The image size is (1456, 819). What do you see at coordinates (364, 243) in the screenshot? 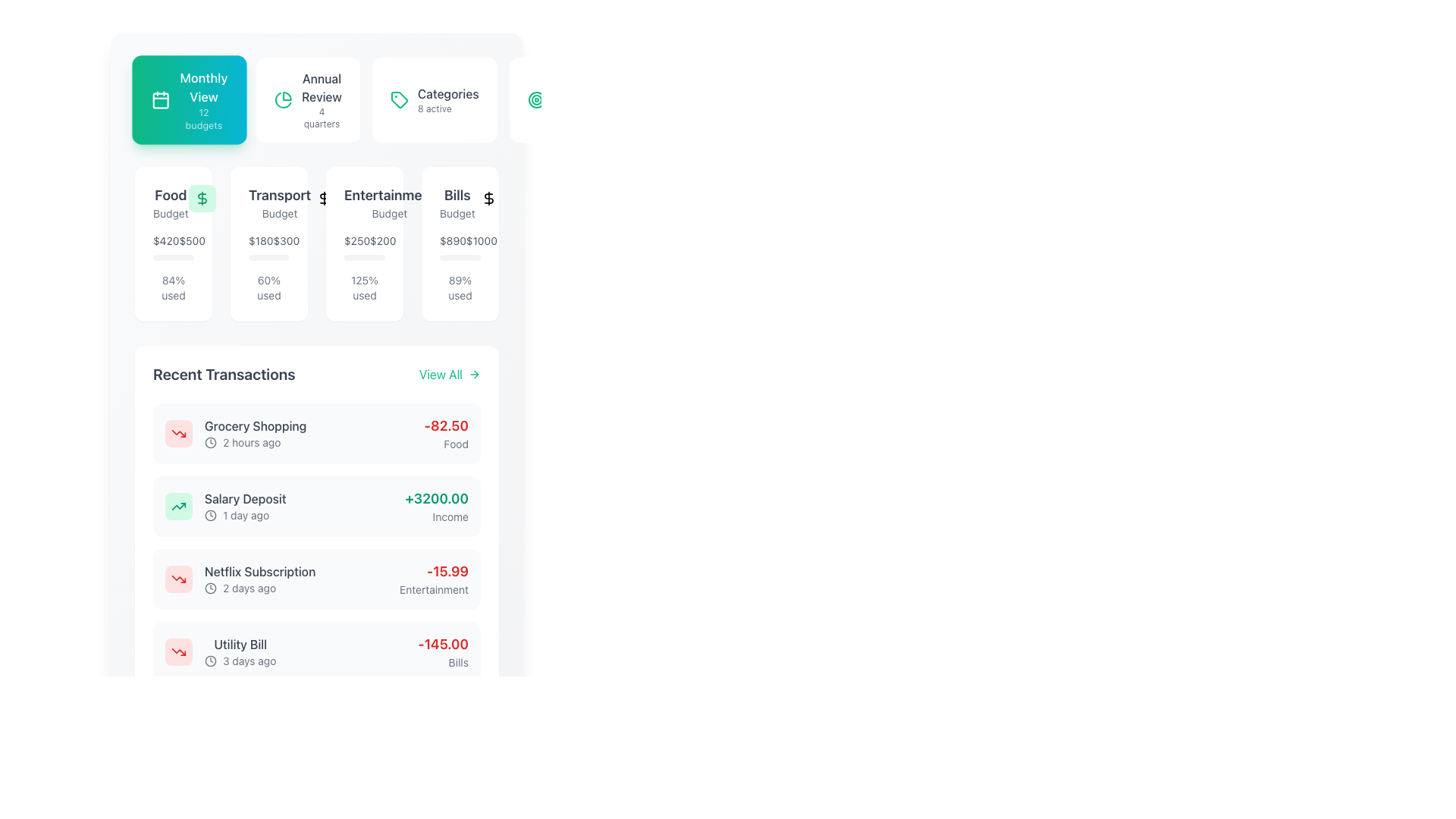
I see `the 'Entertainment' budget overview card, which displays the allocated and used amounts, percentage spent, and a visual progress bar, positioned in the 'Monthly View' section between the 'Transport Budget' card and the 'Bills Budget' card` at bounding box center [364, 243].